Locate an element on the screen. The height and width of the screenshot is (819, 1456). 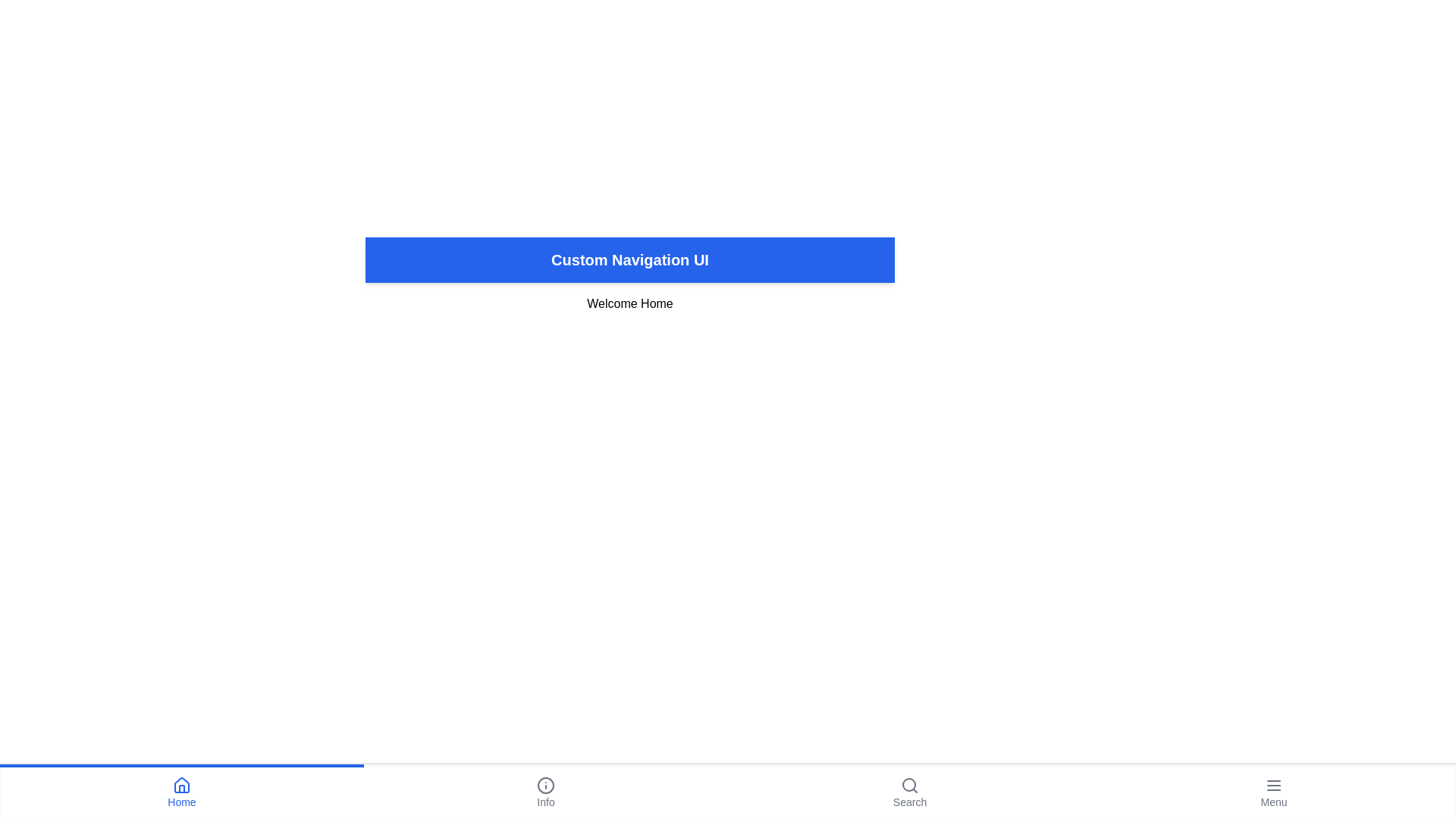
the 'Home' text label located in the bottom navigation menu, which is situated beneath the house icon and is the leftmost label among similar labels is located at coordinates (182, 801).